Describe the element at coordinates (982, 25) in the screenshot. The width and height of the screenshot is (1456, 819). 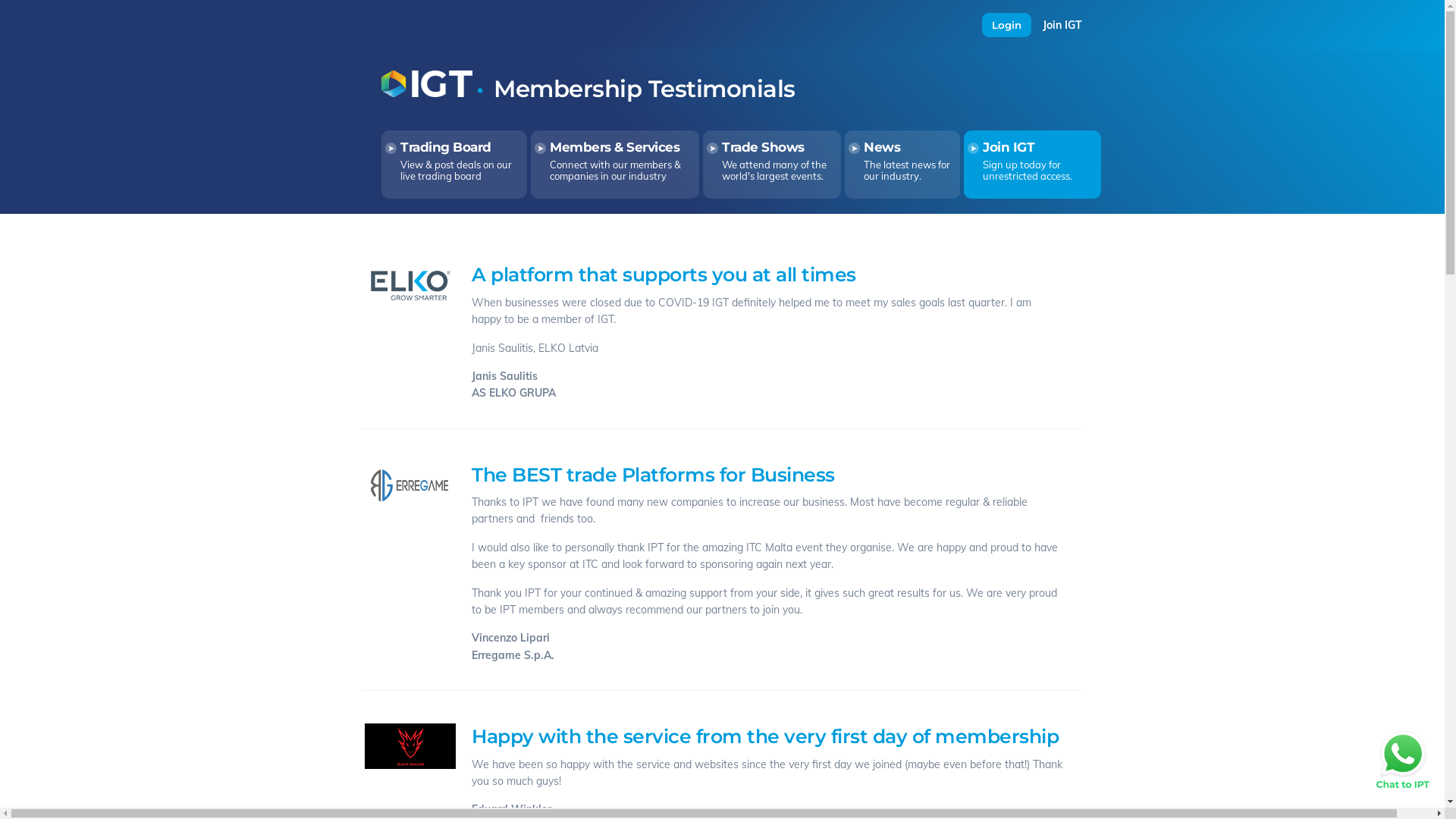
I see `'Login'` at that location.